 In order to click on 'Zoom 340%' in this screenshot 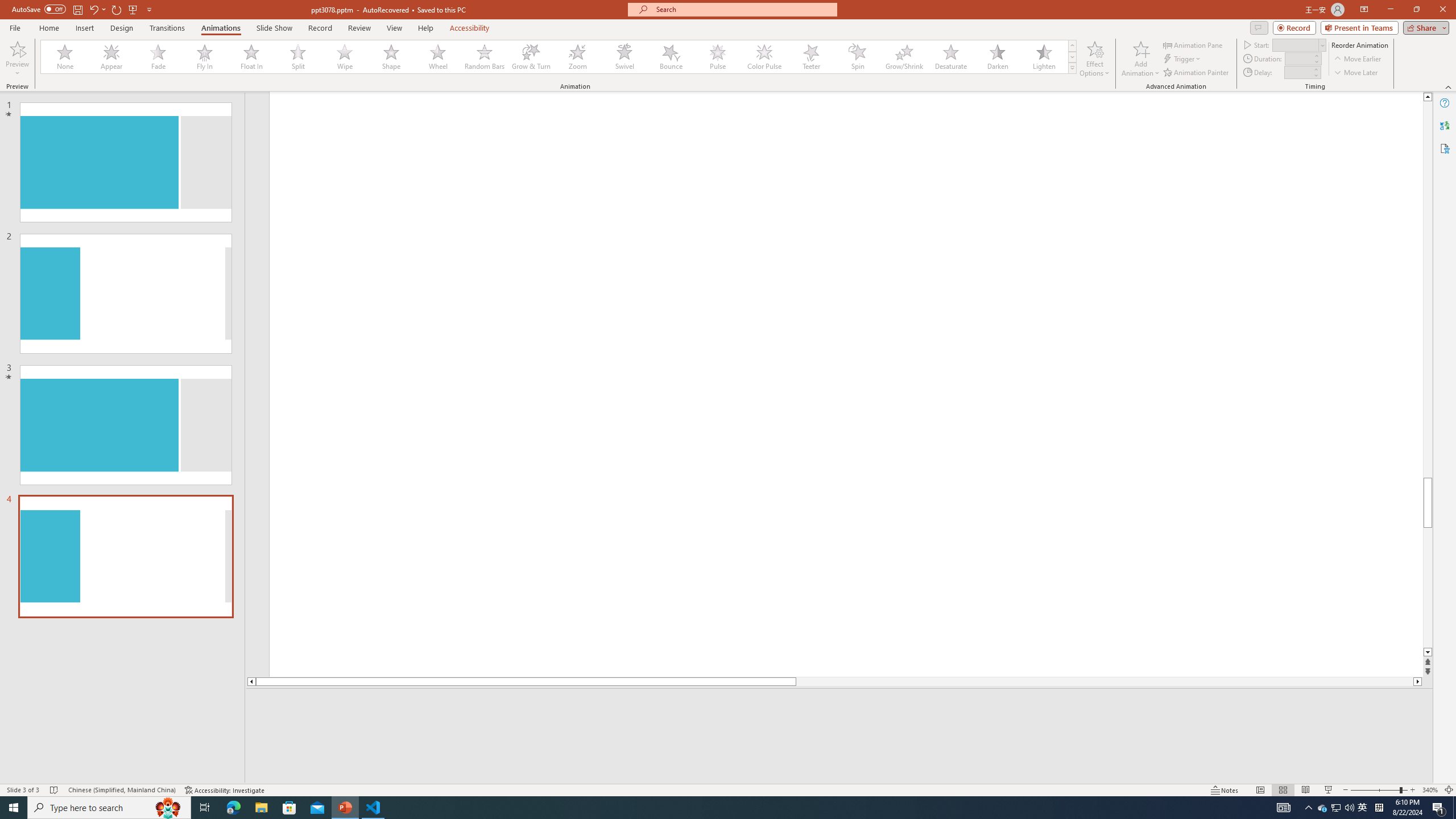, I will do `click(1430, 790)`.